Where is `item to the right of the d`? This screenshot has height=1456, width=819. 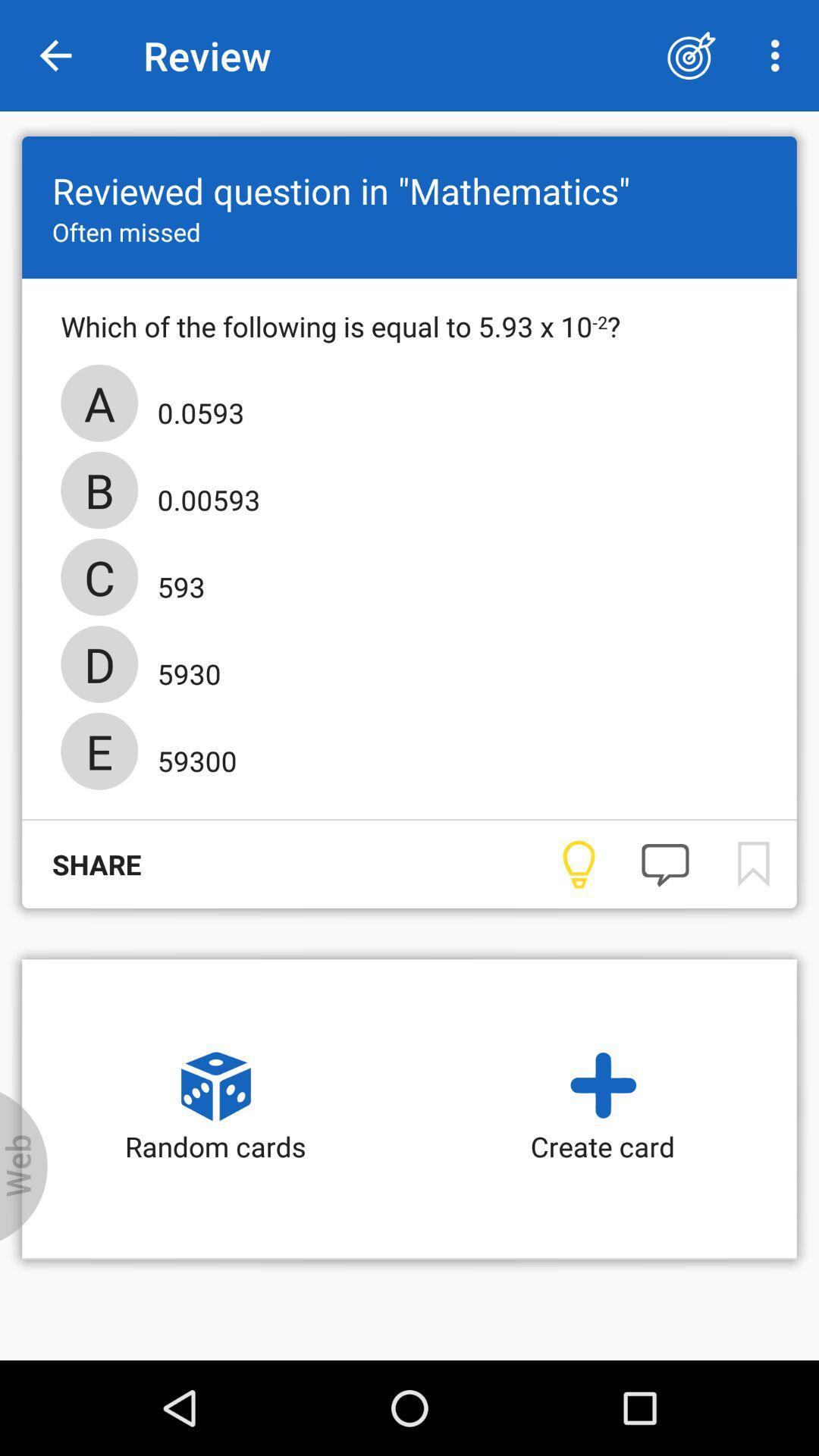
item to the right of the d is located at coordinates (184, 668).